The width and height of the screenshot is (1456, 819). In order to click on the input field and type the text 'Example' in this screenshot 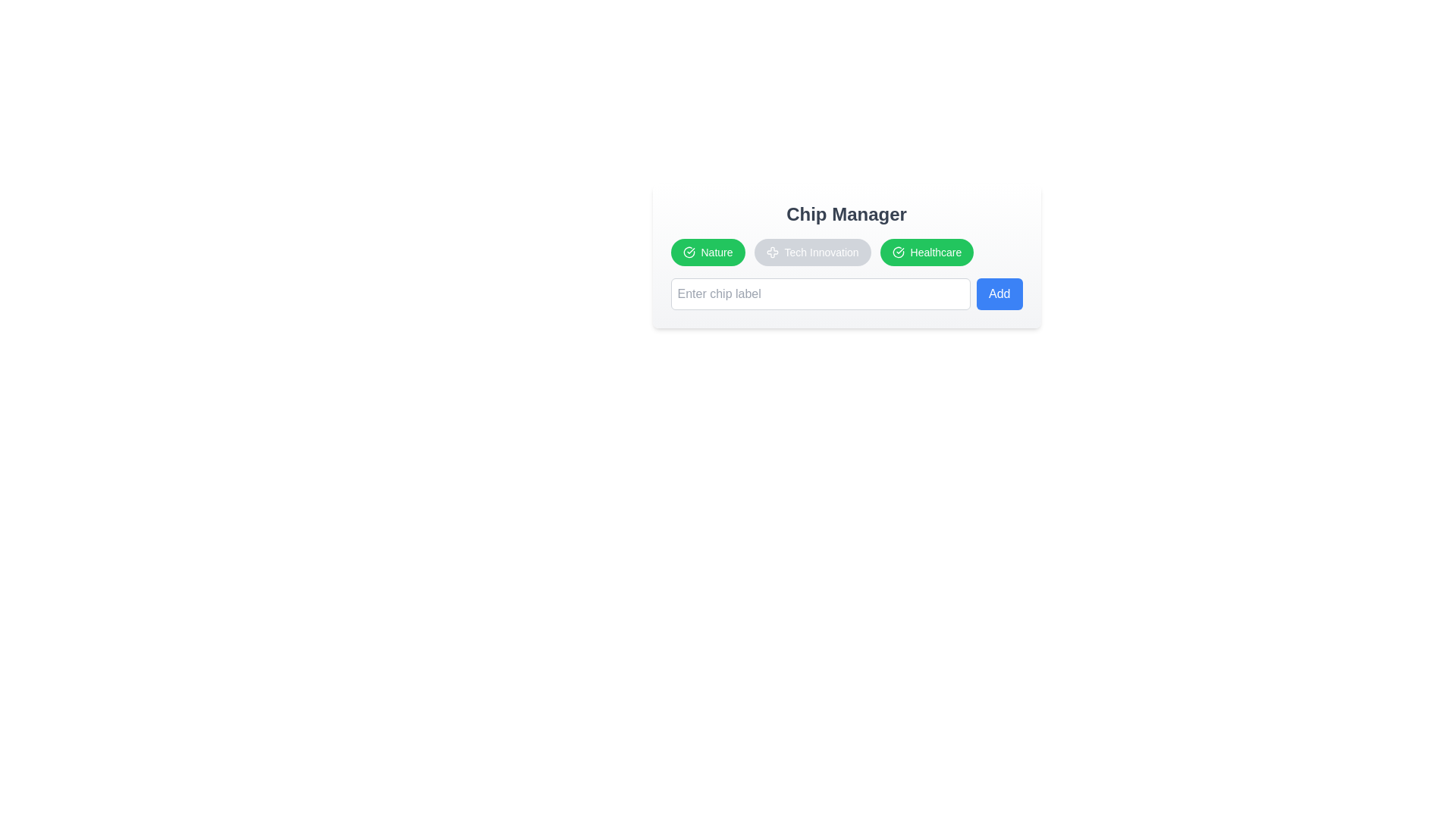, I will do `click(819, 294)`.